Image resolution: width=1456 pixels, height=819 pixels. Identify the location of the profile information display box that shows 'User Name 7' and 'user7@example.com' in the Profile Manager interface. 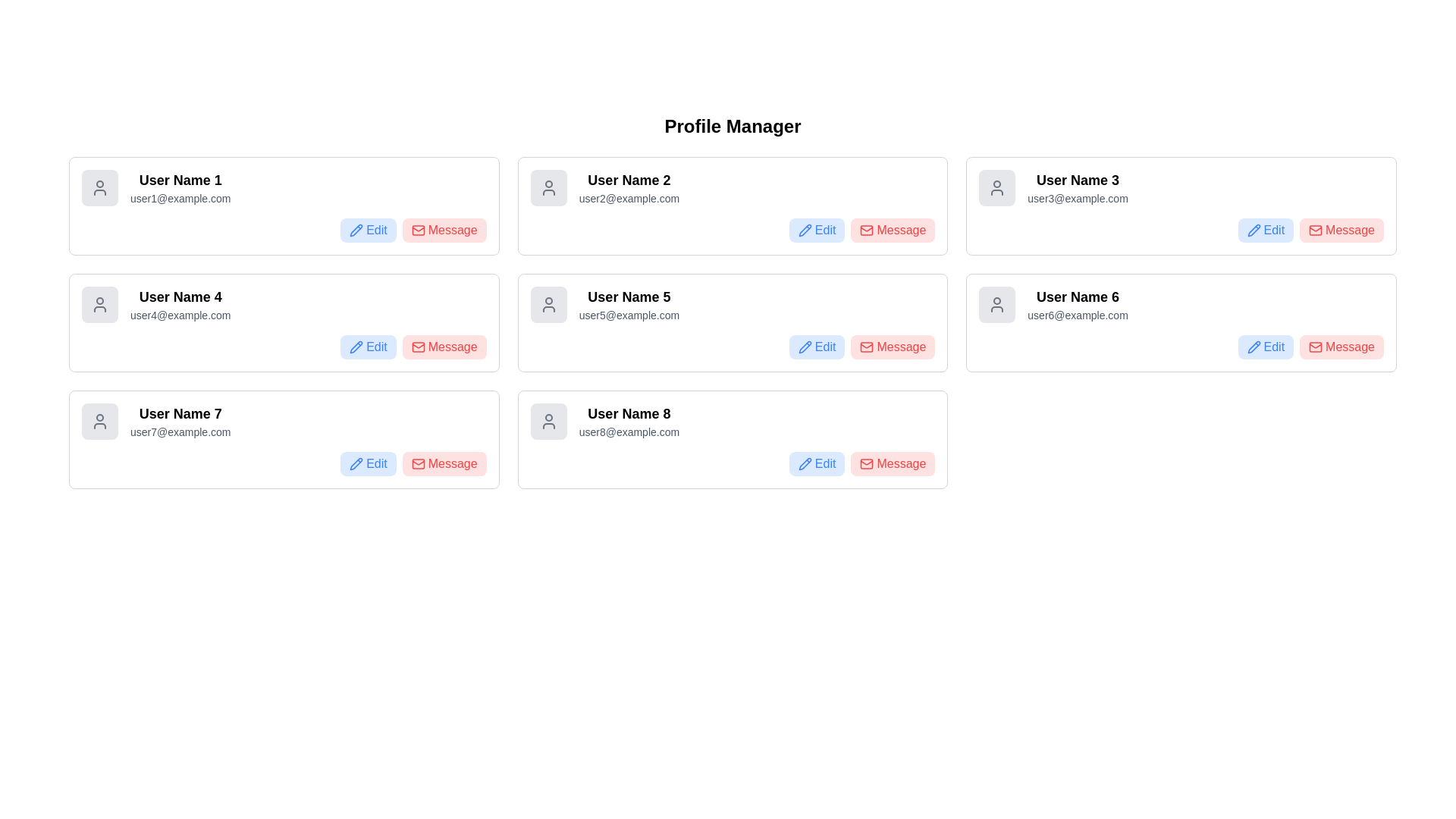
(284, 421).